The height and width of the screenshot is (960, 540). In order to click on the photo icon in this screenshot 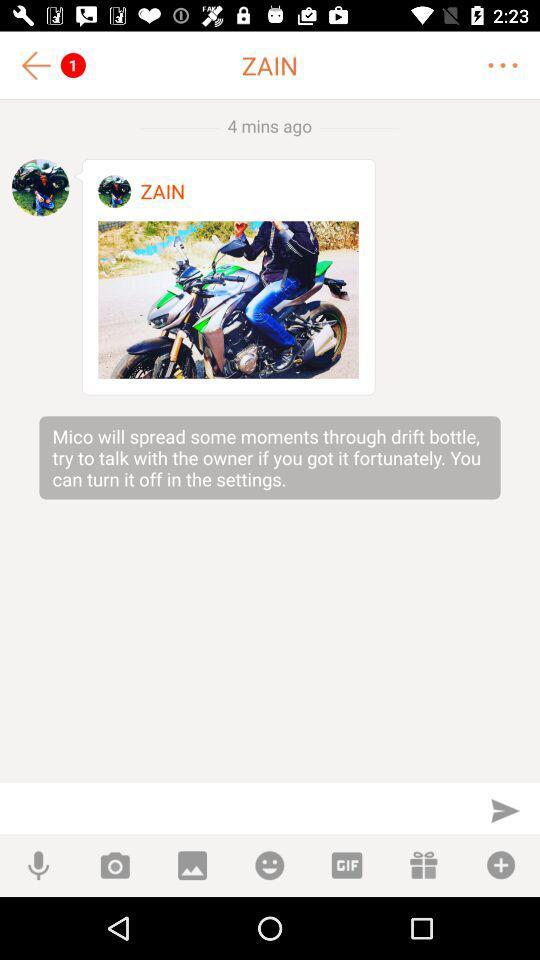, I will do `click(115, 864)`.